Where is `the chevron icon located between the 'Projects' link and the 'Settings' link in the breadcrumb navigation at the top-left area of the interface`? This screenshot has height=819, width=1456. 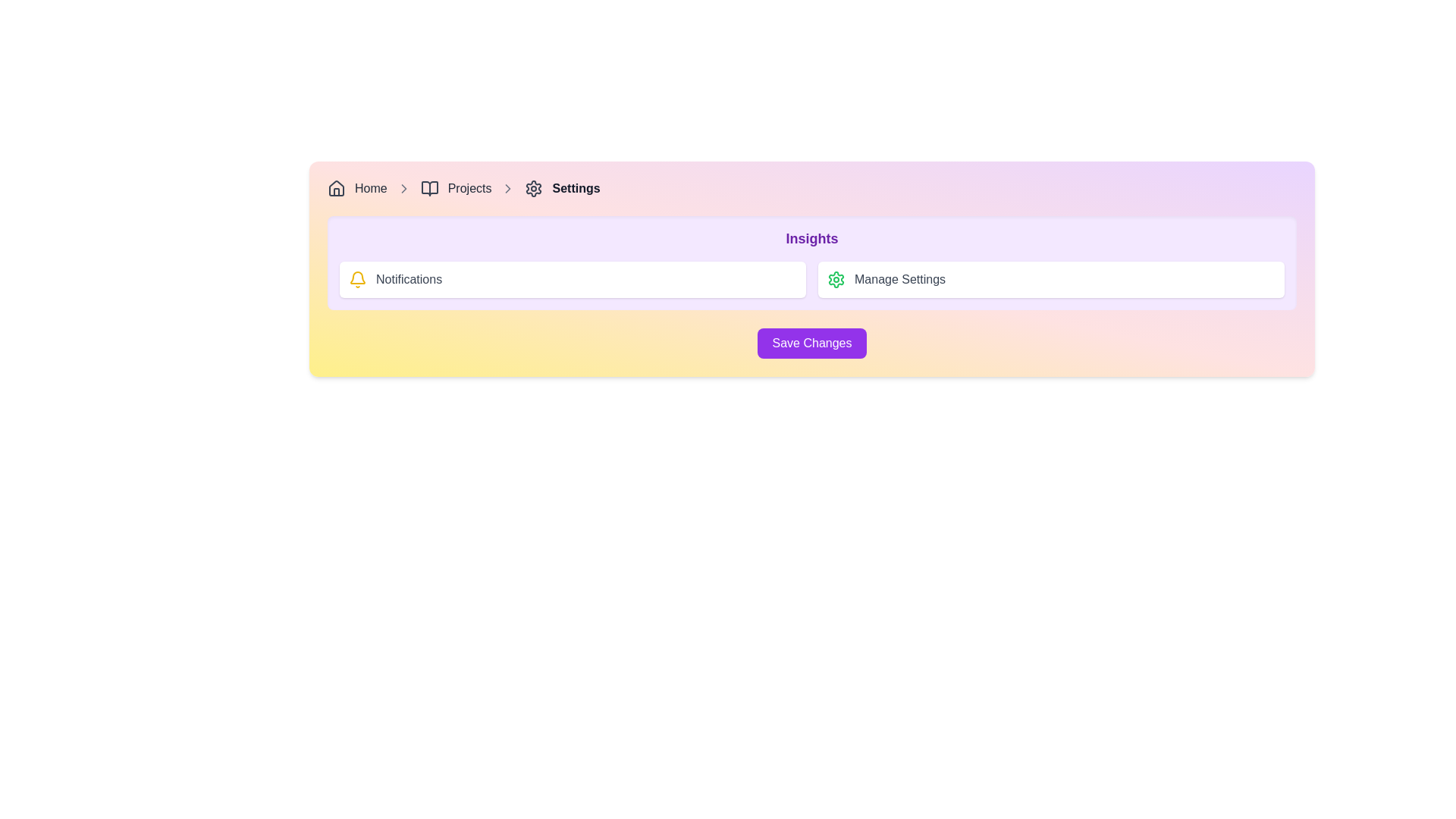 the chevron icon located between the 'Projects' link and the 'Settings' link in the breadcrumb navigation at the top-left area of the interface is located at coordinates (508, 188).